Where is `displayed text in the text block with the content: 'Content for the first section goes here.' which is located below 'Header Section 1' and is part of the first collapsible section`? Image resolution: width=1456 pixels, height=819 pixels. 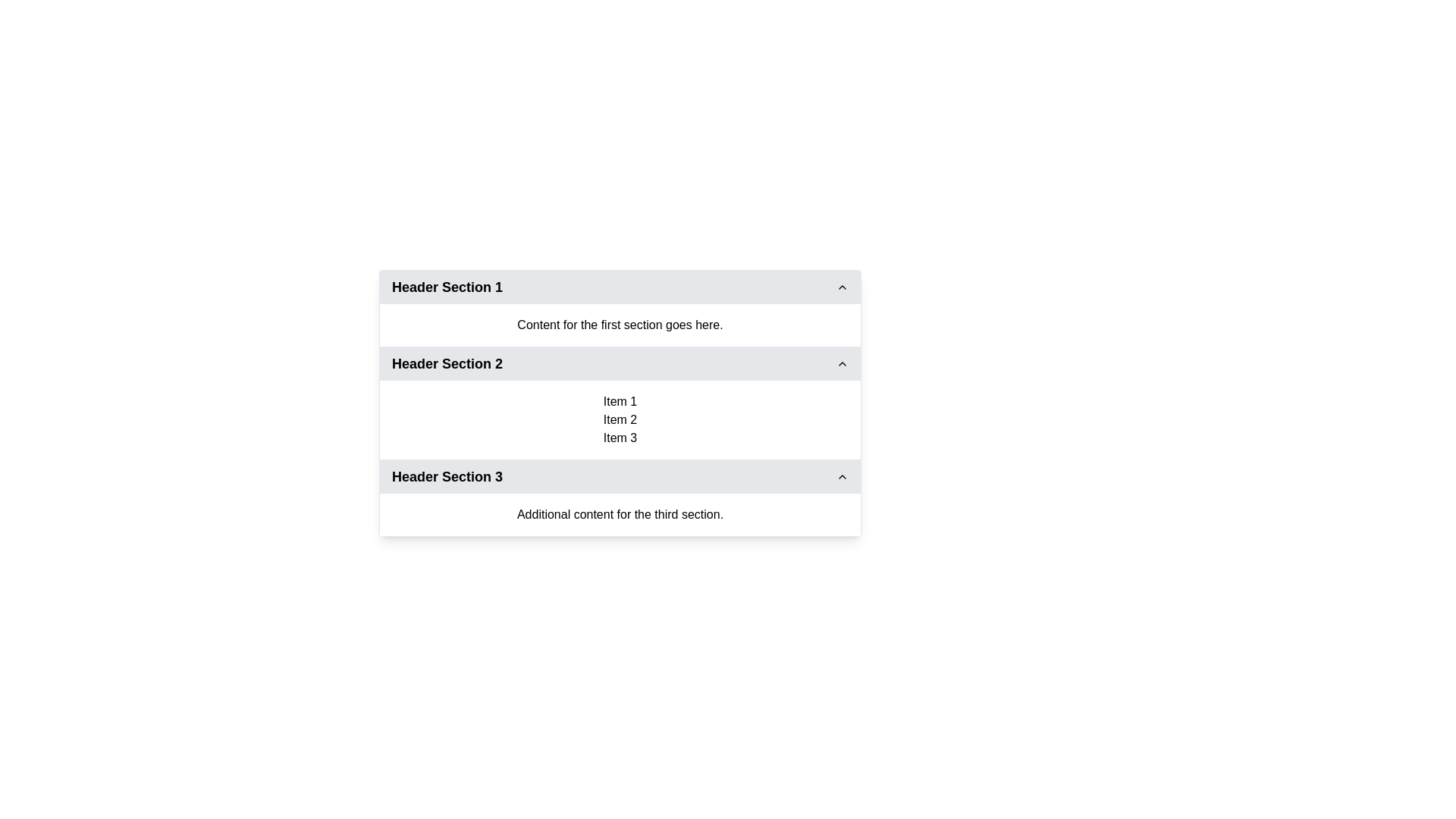 displayed text in the text block with the content: 'Content for the first section goes here.' which is located below 'Header Section 1' and is part of the first collapsible section is located at coordinates (620, 324).